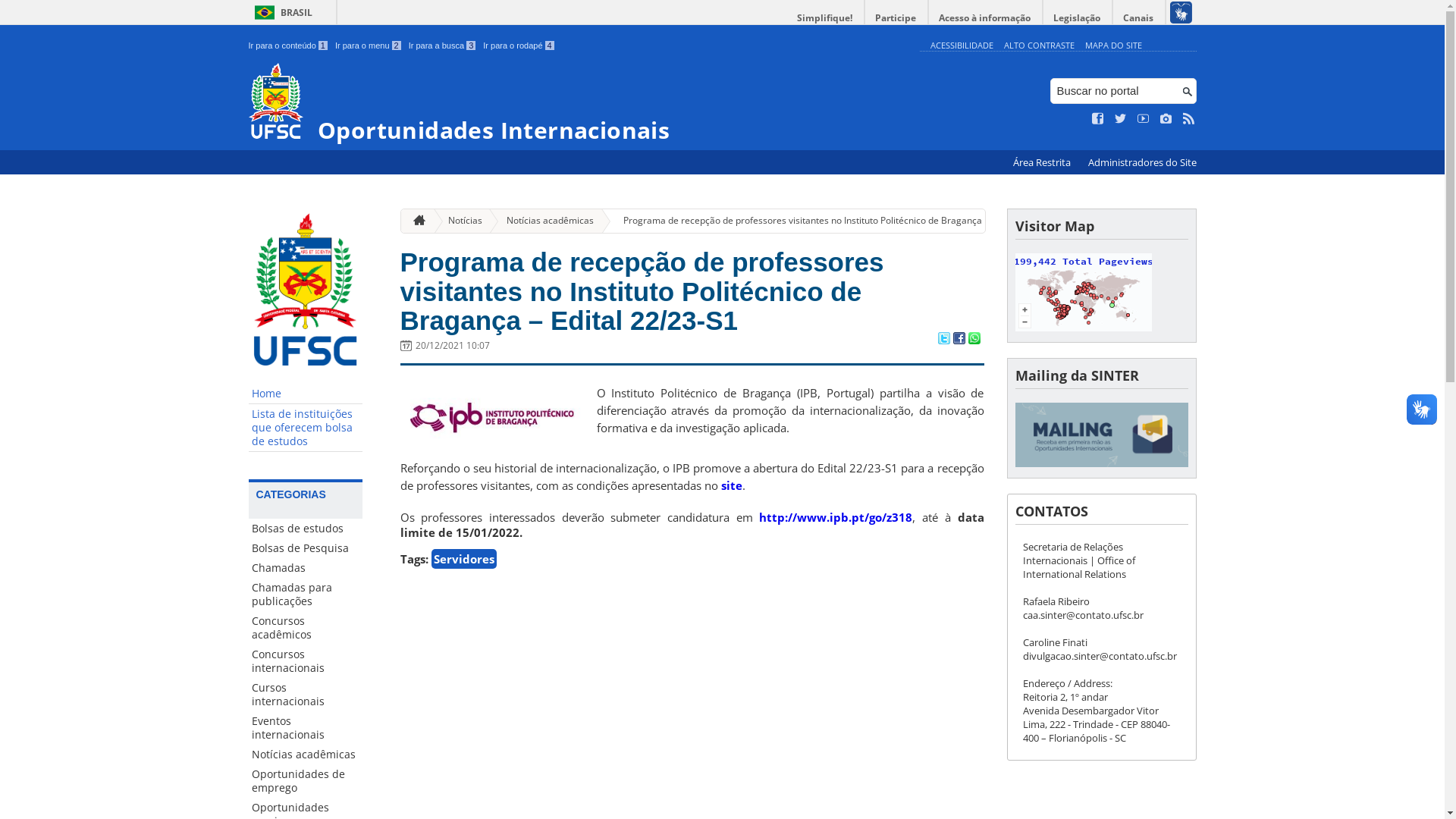  Describe the element at coordinates (1159, 118) in the screenshot. I see `'Veja no Instagram'` at that location.